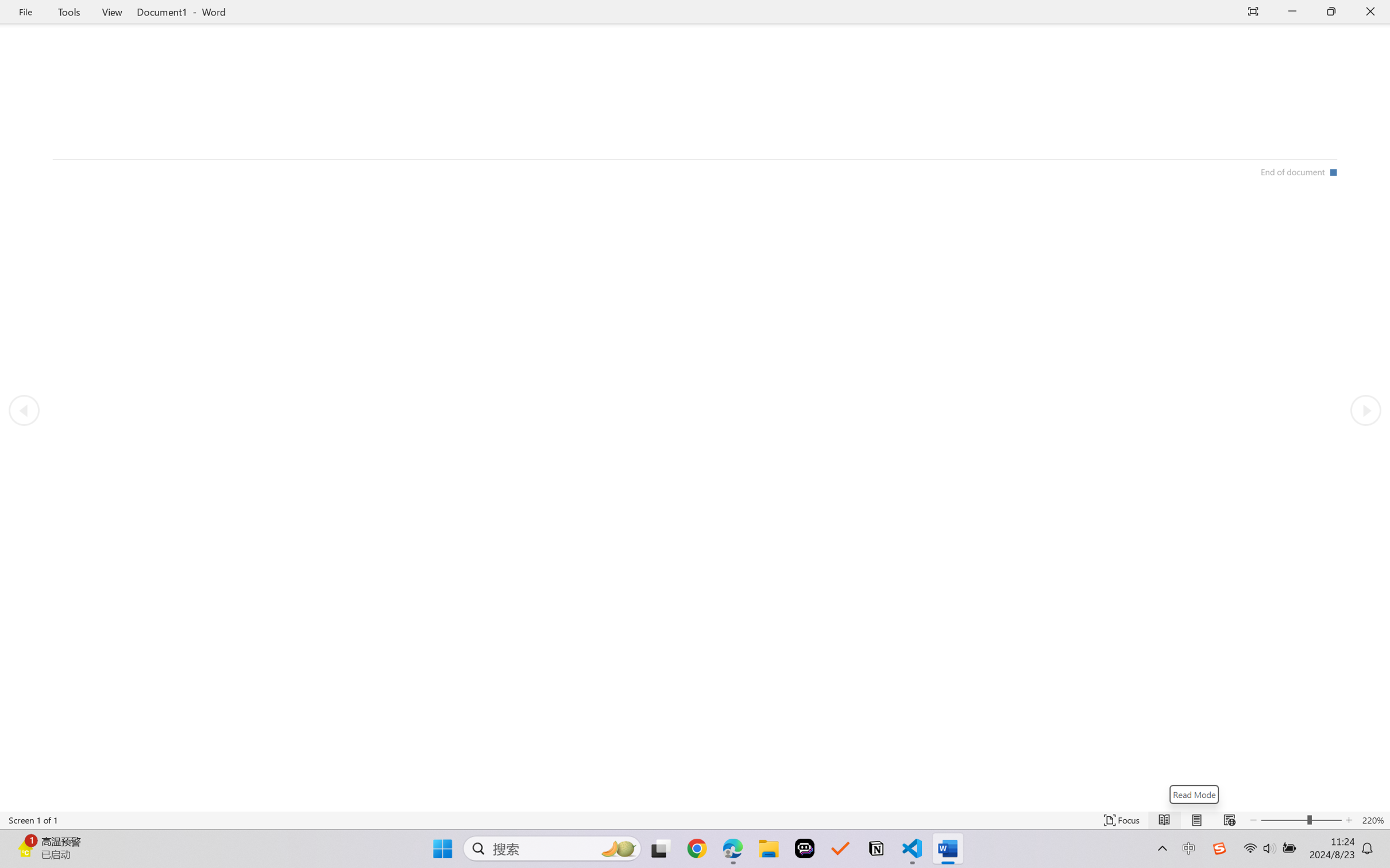 The width and height of the screenshot is (1390, 868). What do you see at coordinates (1349, 820) in the screenshot?
I see `'Increase Text Size'` at bounding box center [1349, 820].